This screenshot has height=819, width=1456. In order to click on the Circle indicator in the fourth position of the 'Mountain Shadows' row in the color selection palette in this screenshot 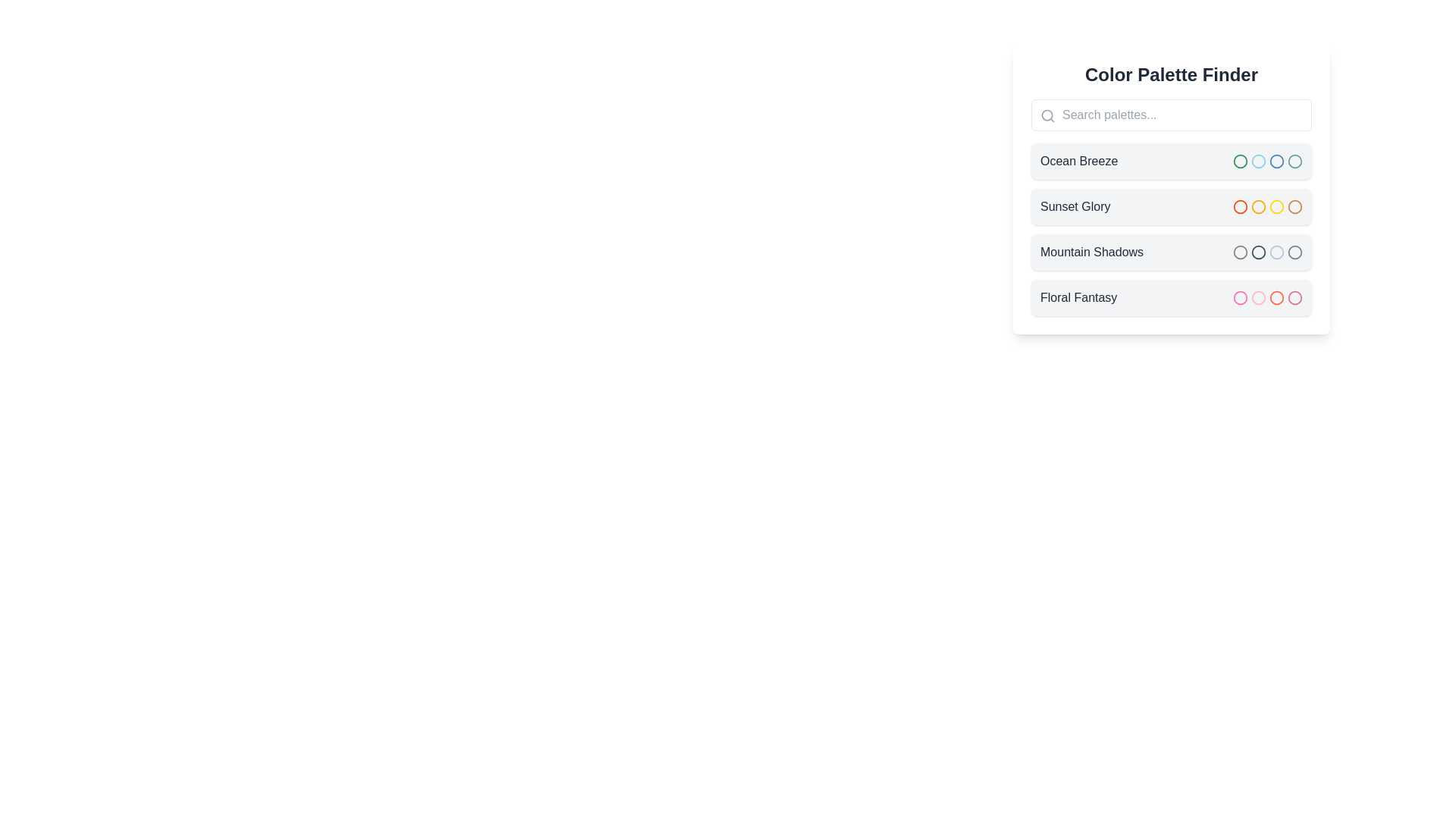, I will do `click(1276, 251)`.